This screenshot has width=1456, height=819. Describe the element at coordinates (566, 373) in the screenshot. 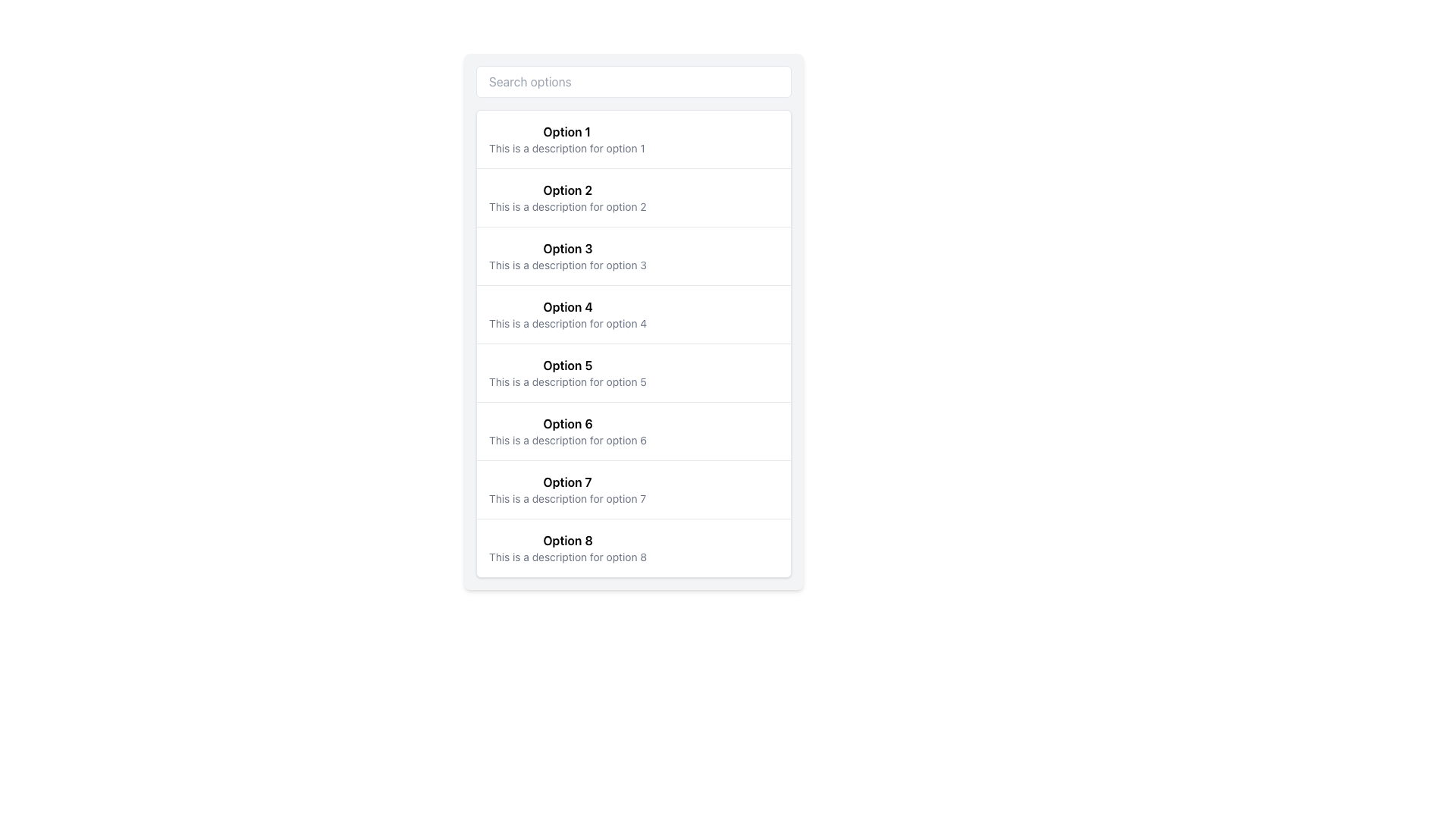

I see `the list item entry displaying the title and description for 'Option 5'` at that location.